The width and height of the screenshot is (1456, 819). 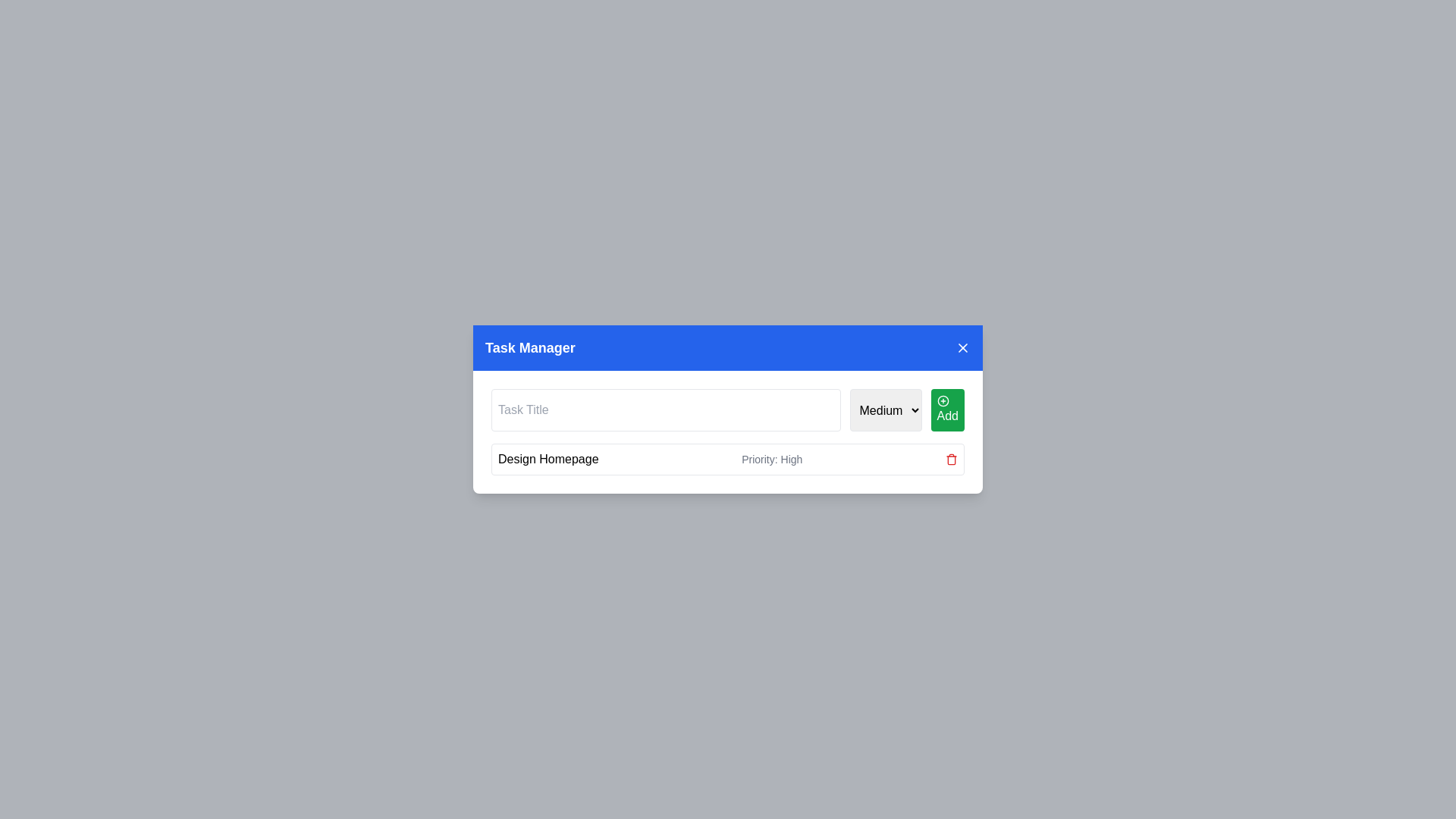 I want to click on the 'Task Manager' text label element which displays in bold font with a blue background and white text, located centrally in the header section of the interface, so click(x=530, y=348).